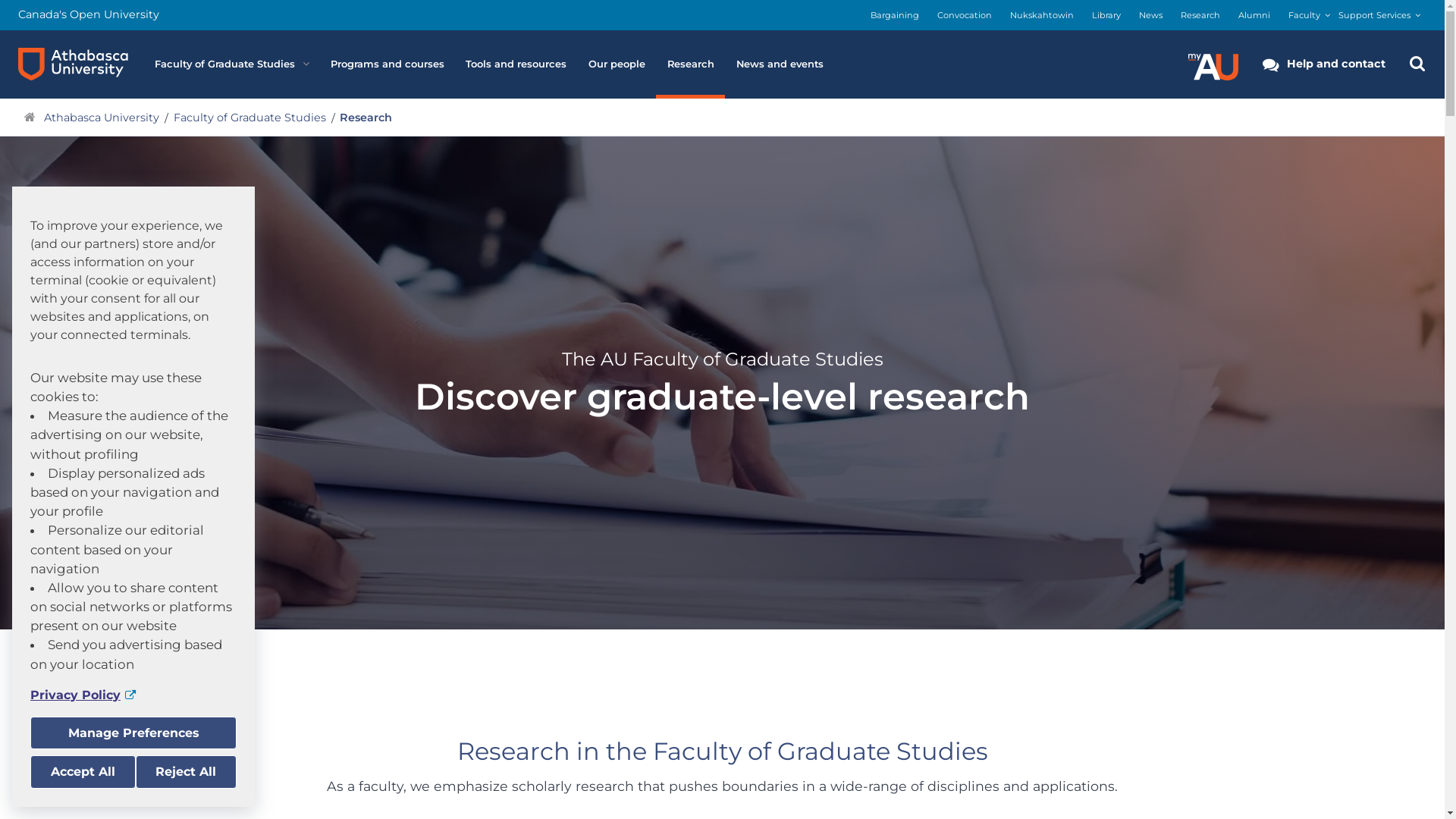 The width and height of the screenshot is (1456, 819). Describe the element at coordinates (1323, 63) in the screenshot. I see `'Help and contact'` at that location.